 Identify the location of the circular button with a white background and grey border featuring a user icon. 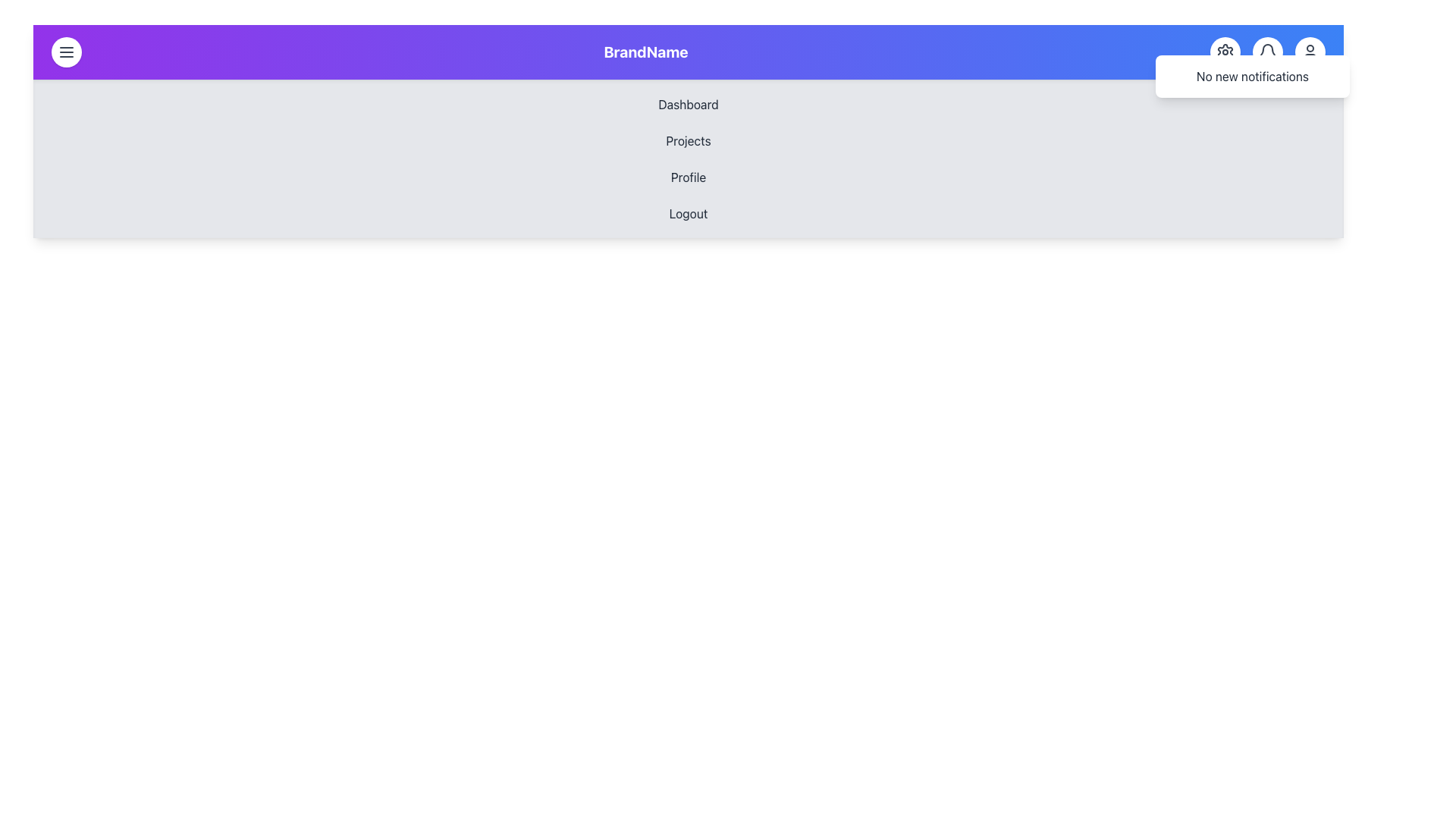
(1310, 52).